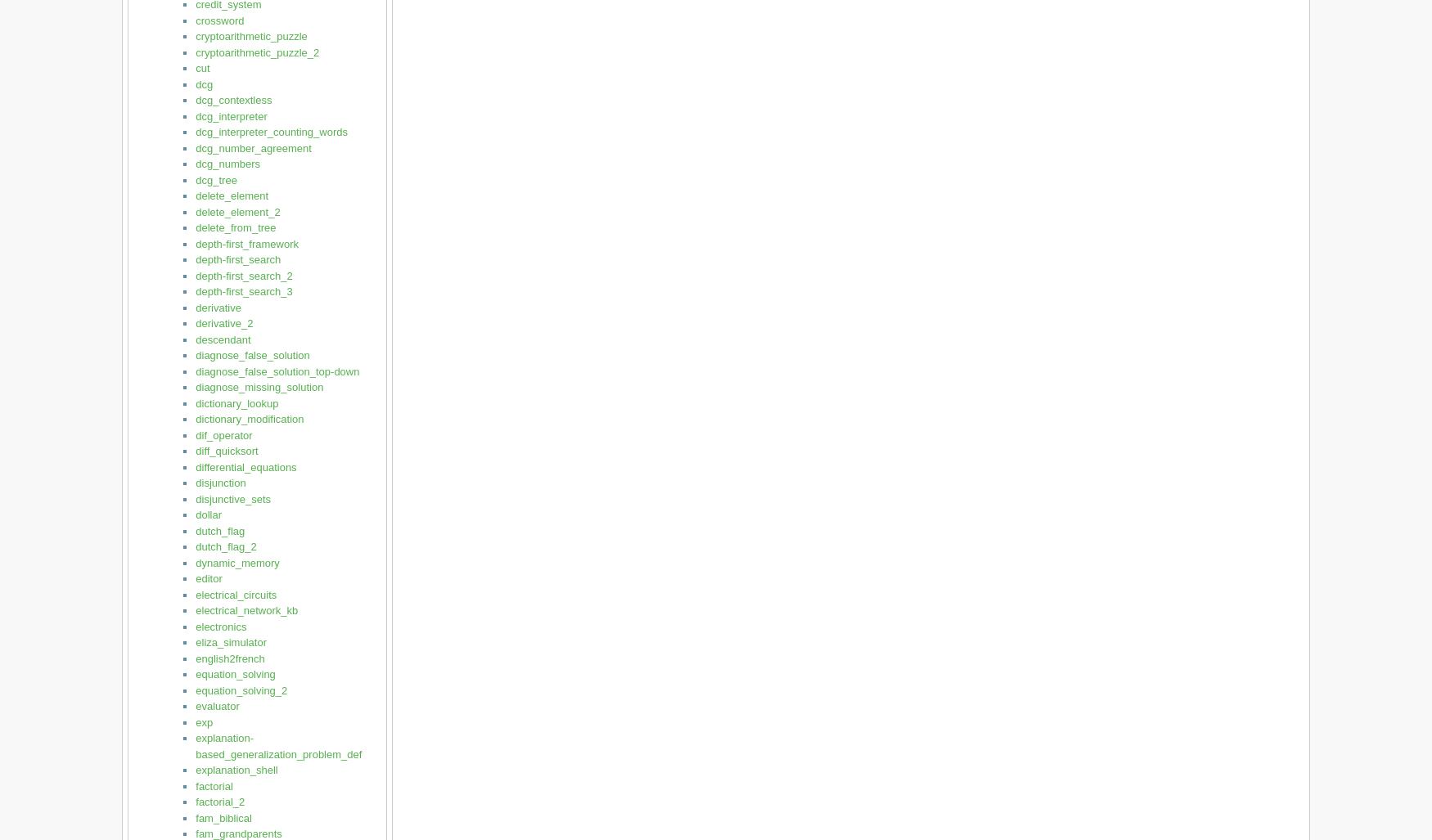 The height and width of the screenshot is (840, 1432). What do you see at coordinates (236, 562) in the screenshot?
I see `'dynamic_memory'` at bounding box center [236, 562].